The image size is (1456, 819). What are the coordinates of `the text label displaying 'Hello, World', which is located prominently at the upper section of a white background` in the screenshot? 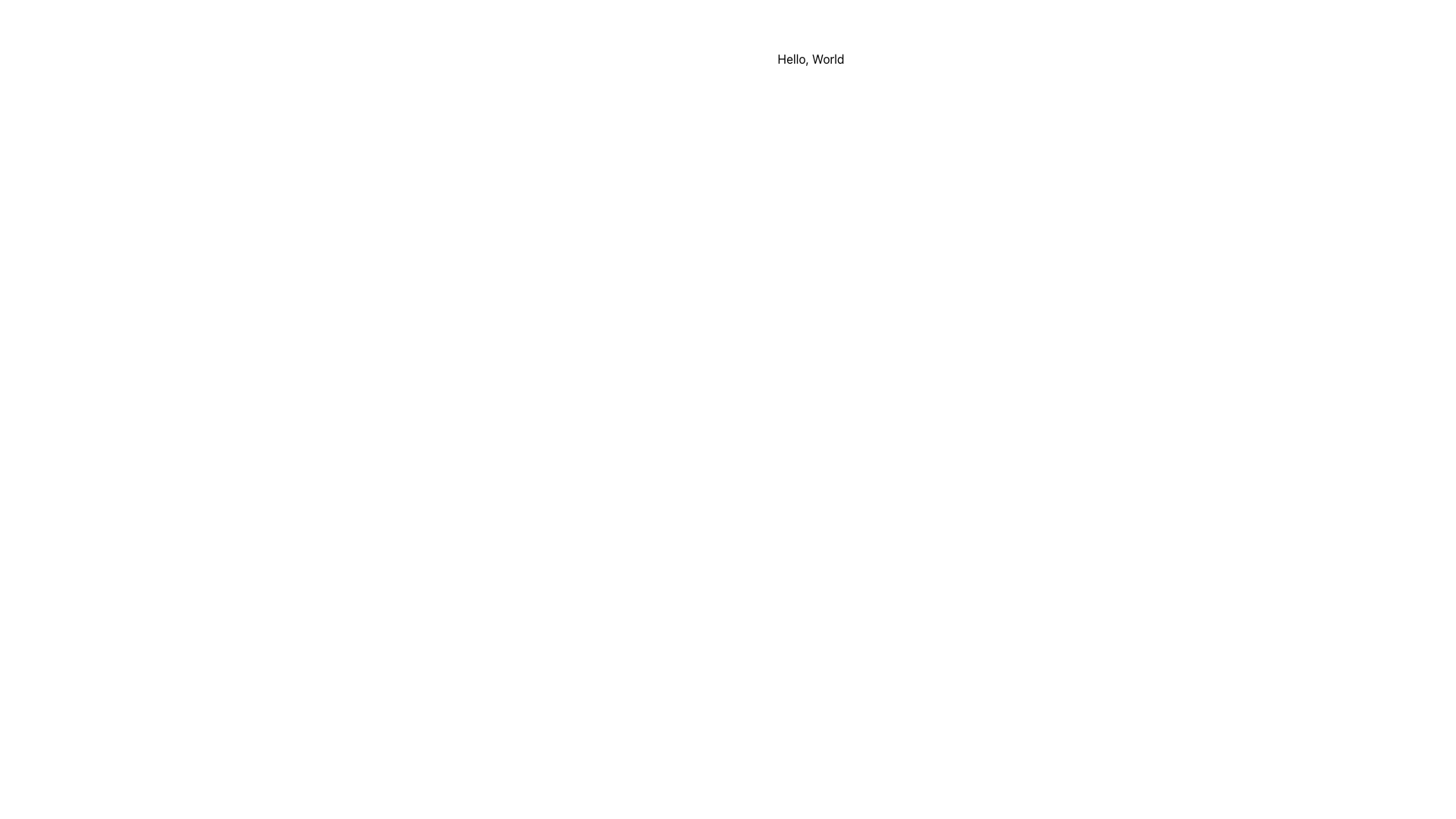 It's located at (810, 58).